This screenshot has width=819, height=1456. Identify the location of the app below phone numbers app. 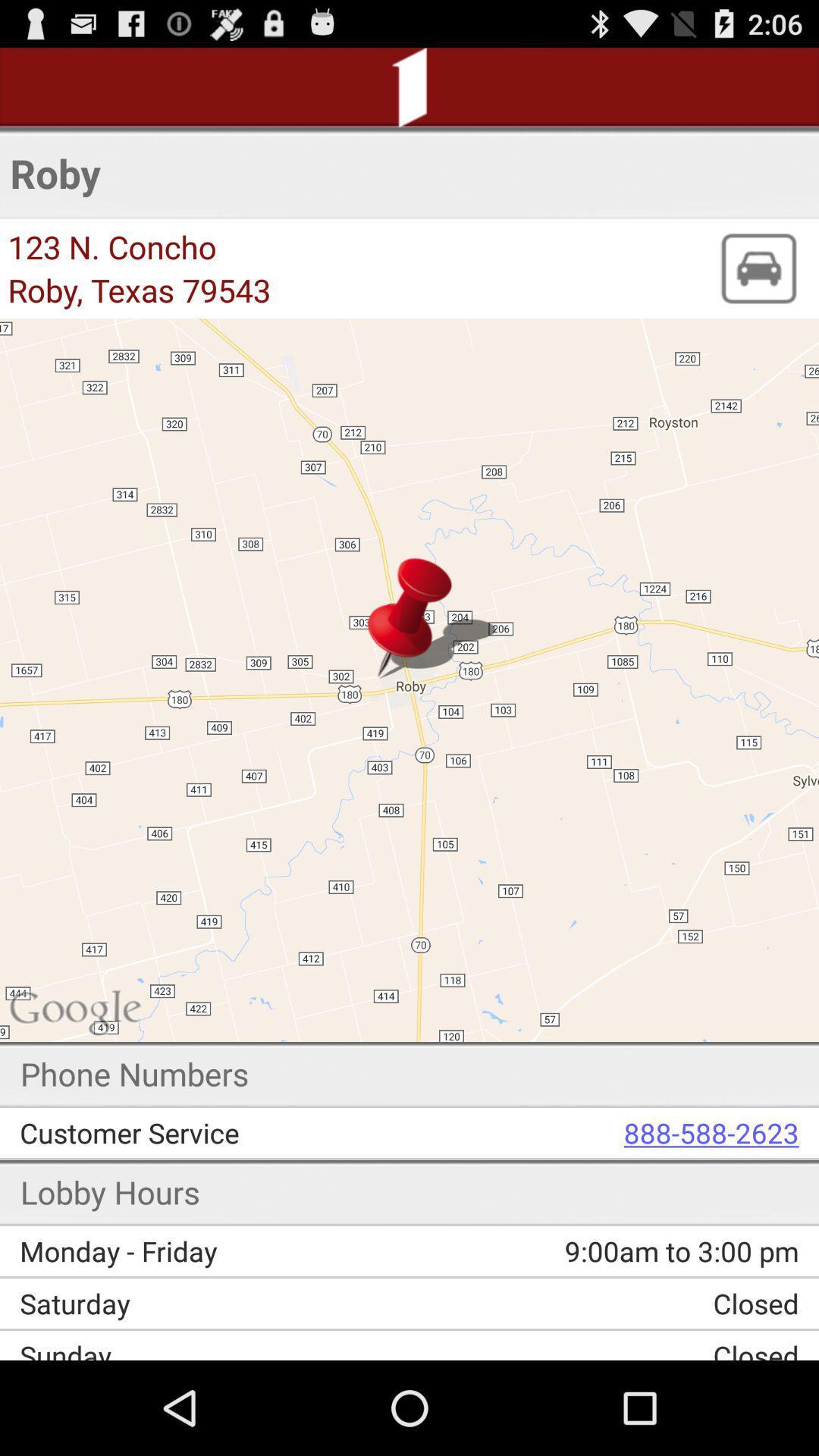
(225, 1132).